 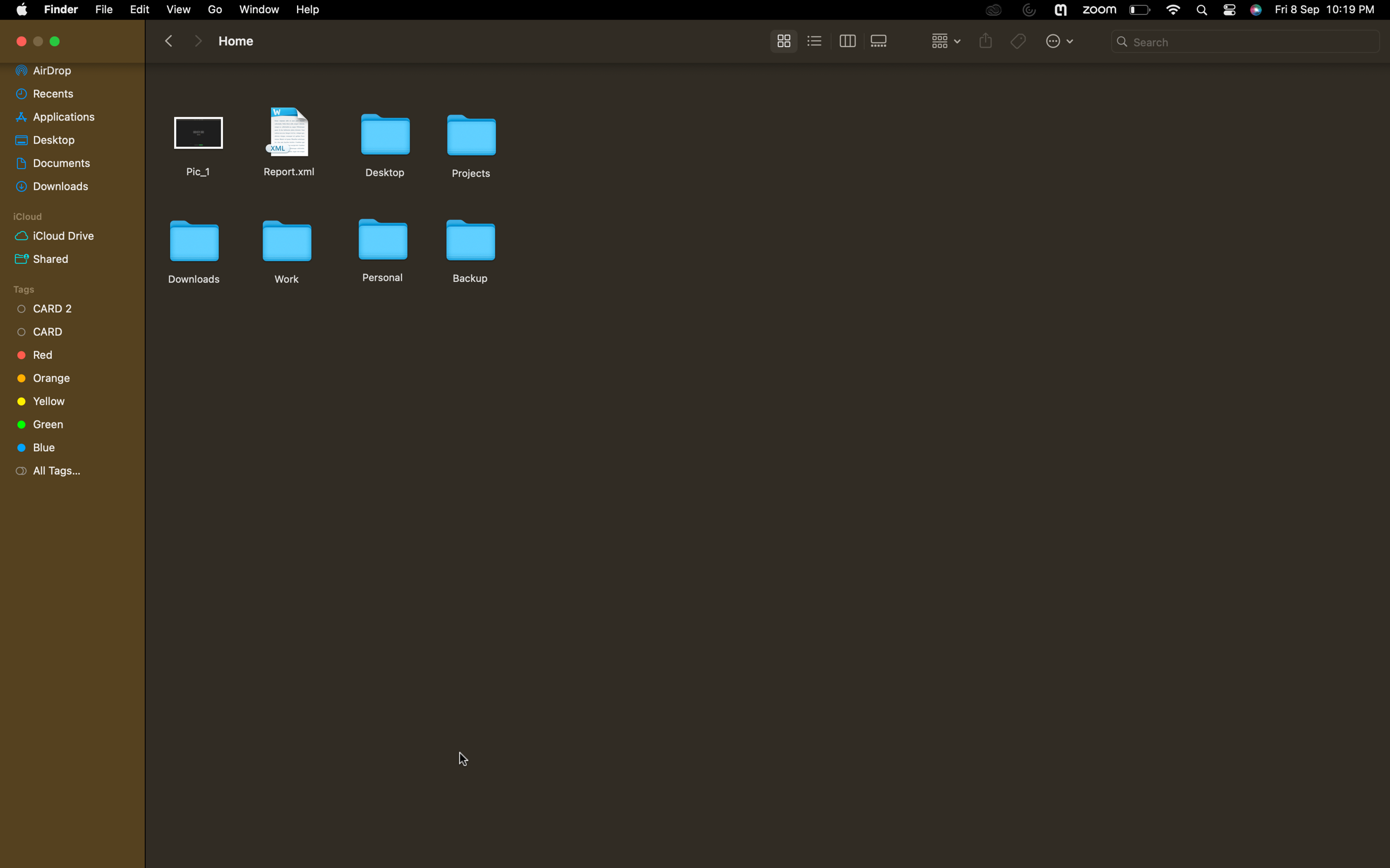 I want to click on the "documents" folder and highlight all files within it, so click(x=68, y=160).